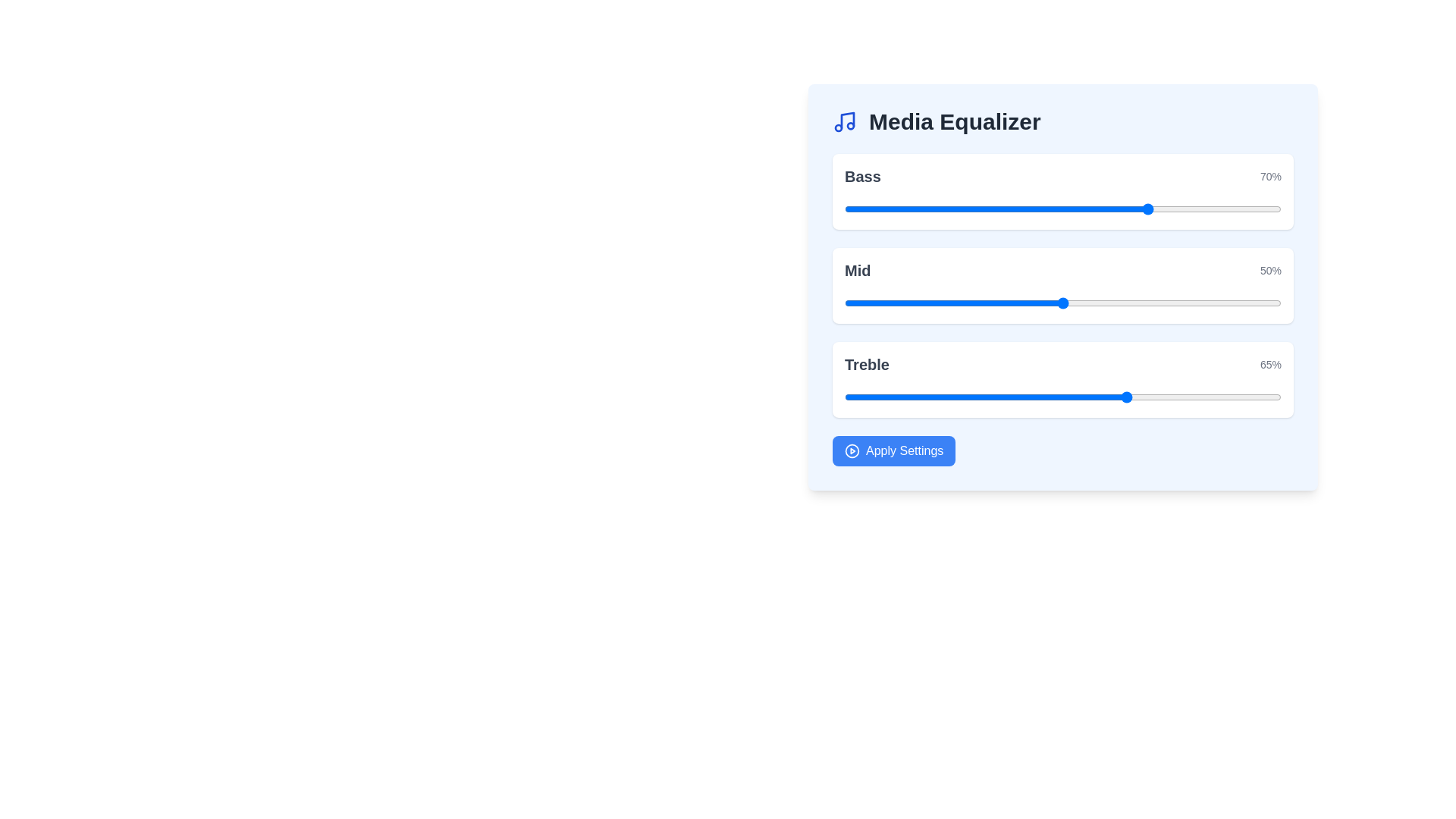 The width and height of the screenshot is (1456, 819). Describe the element at coordinates (852, 450) in the screenshot. I see `the play/action icon located to the left of the 'Apply Settings' text within the blue rectangular button at the bottom of the 'Media Equalizer' interface` at that location.